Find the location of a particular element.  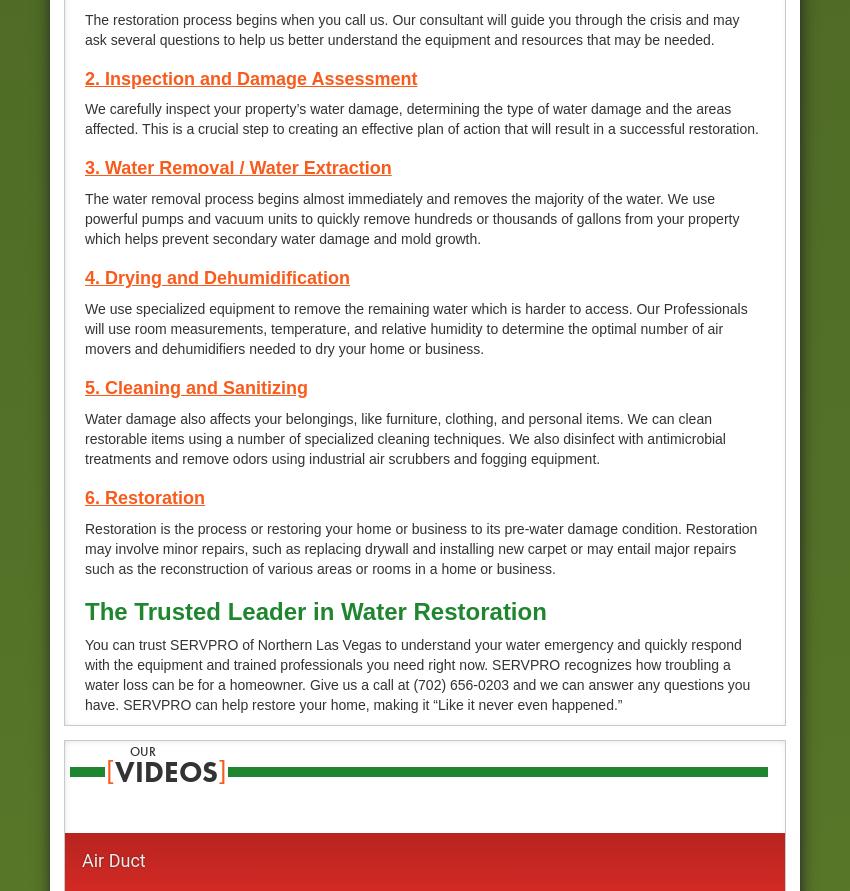

'Restoration is the process or restoring your home or business to its pre-water damage condition. Restoration may involve minor repairs, such as replacing drywall and installing new carpet or may entail major repairs such as the reconstruction of various areas or rooms in a home or business.' is located at coordinates (421, 547).